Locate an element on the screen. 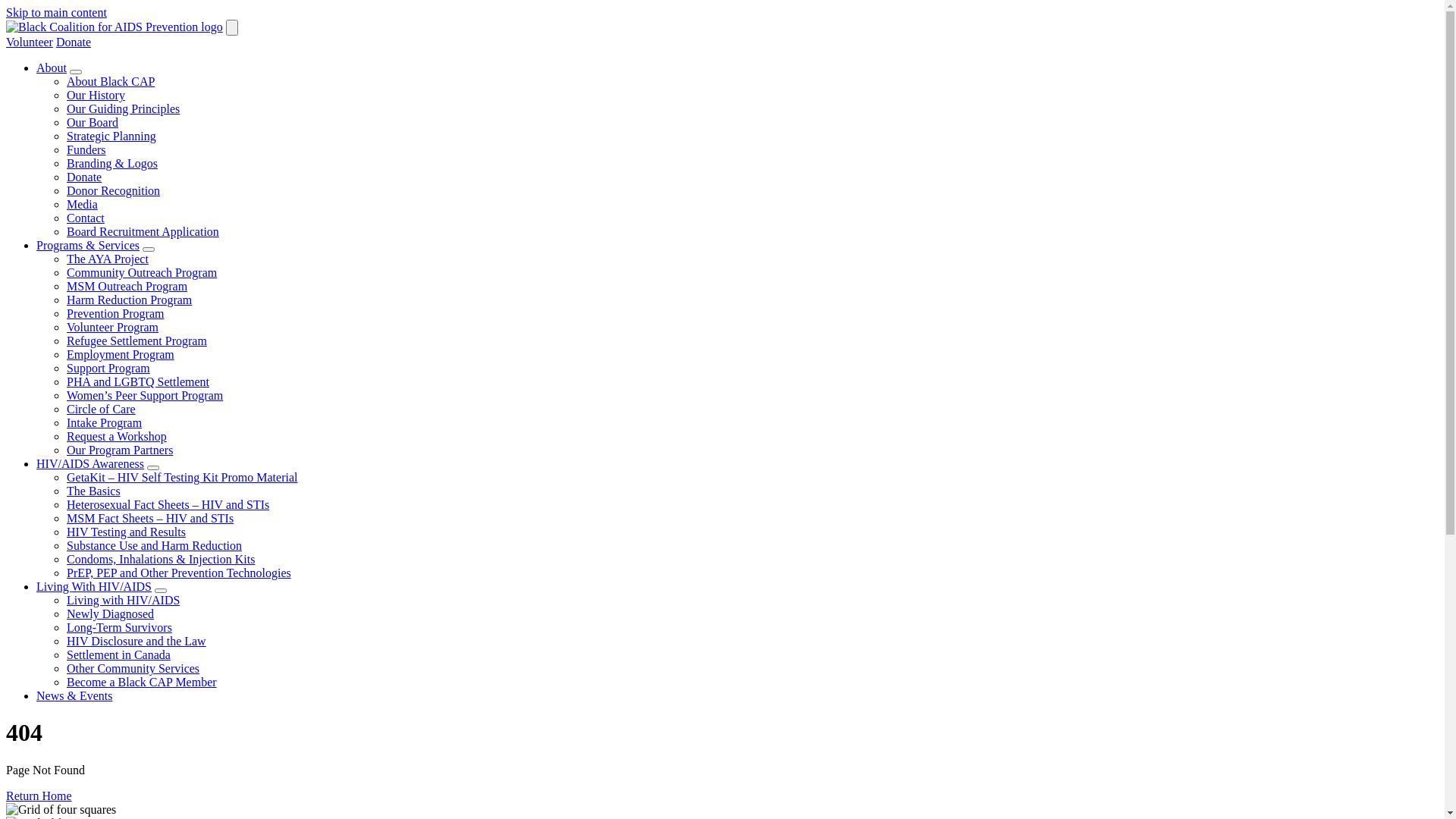 The height and width of the screenshot is (819, 1456). 'Funders' is located at coordinates (65, 149).